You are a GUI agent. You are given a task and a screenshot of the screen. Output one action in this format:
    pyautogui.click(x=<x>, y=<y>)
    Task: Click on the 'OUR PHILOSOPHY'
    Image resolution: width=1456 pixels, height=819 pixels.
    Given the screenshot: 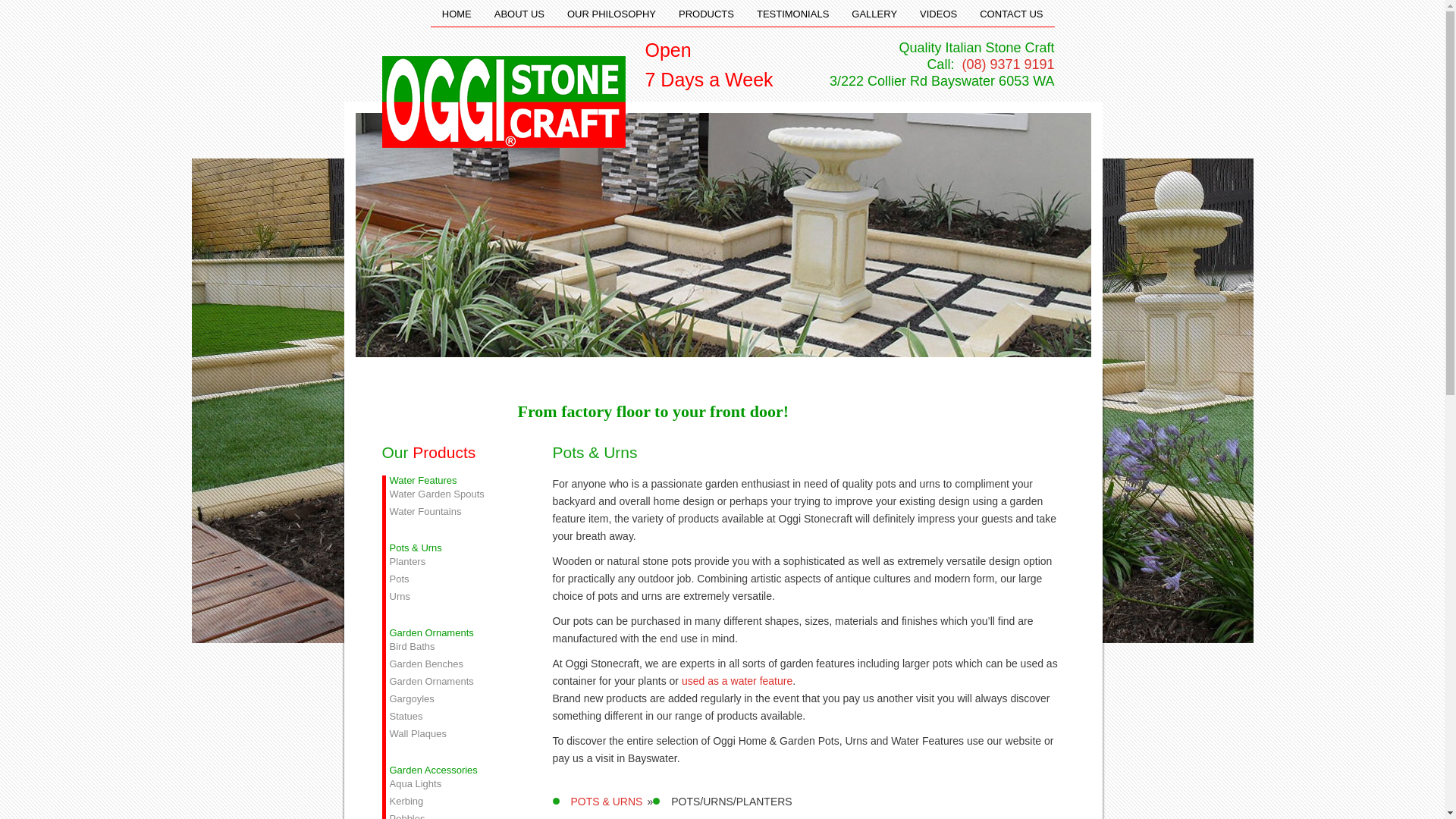 What is the action you would take?
    pyautogui.click(x=611, y=13)
    